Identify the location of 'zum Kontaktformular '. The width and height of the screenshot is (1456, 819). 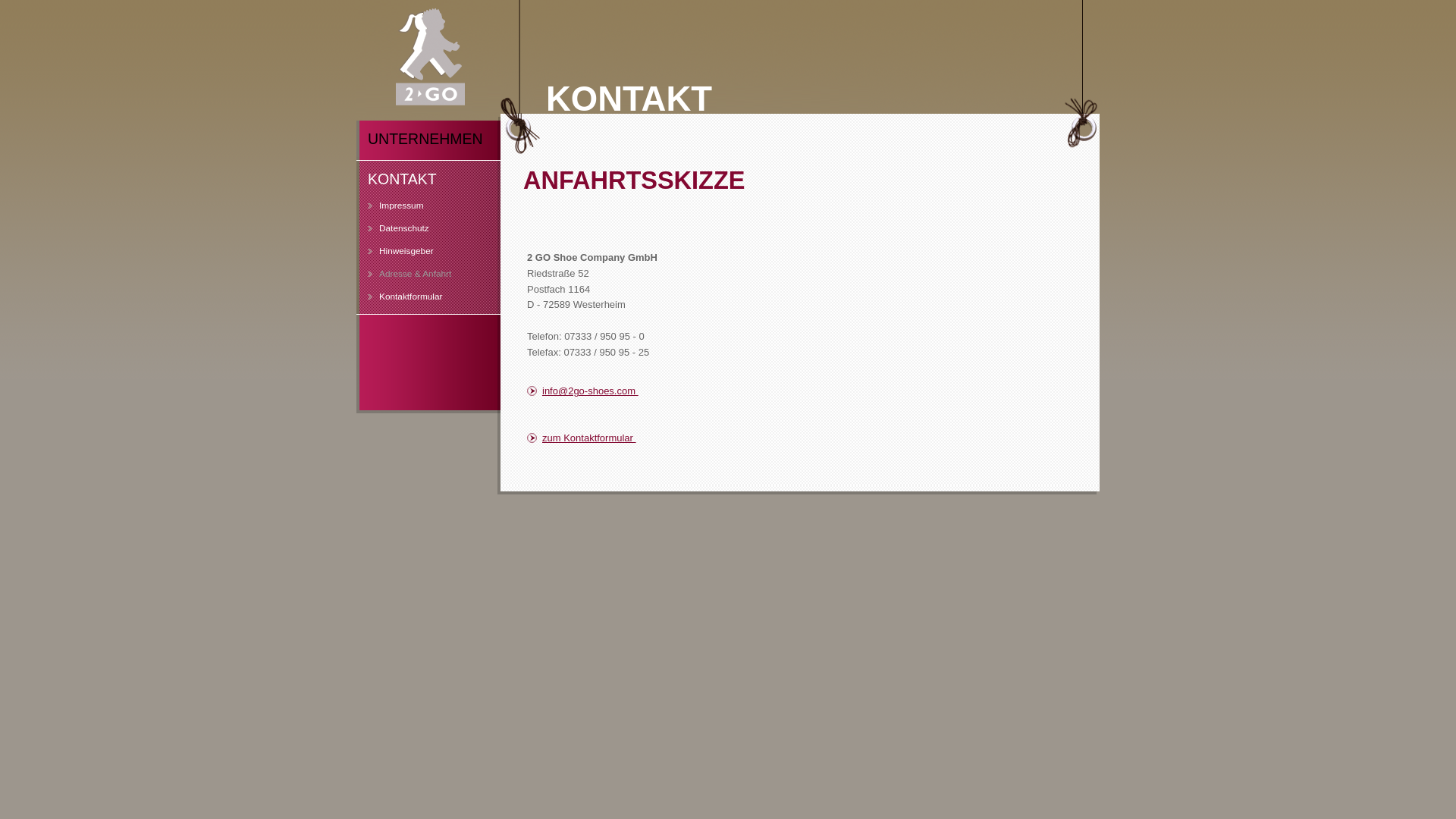
(527, 438).